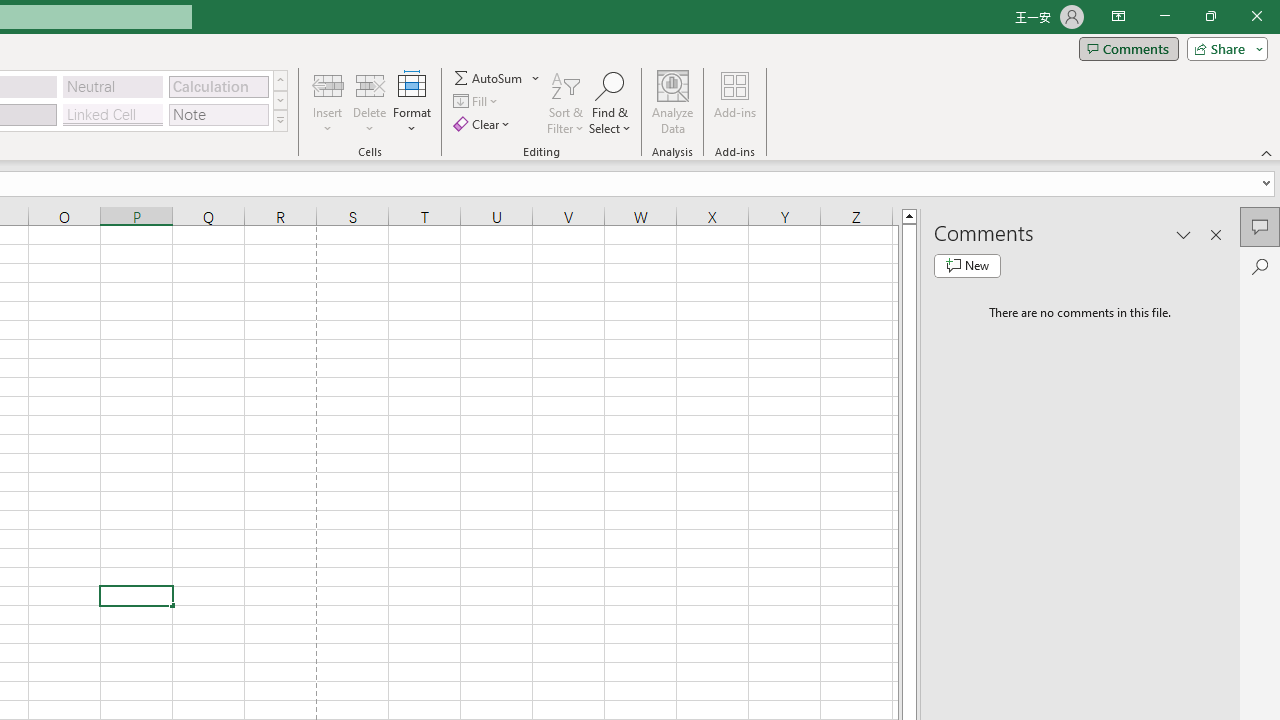 This screenshot has height=720, width=1280. What do you see at coordinates (279, 120) in the screenshot?
I see `'Cell Styles'` at bounding box center [279, 120].